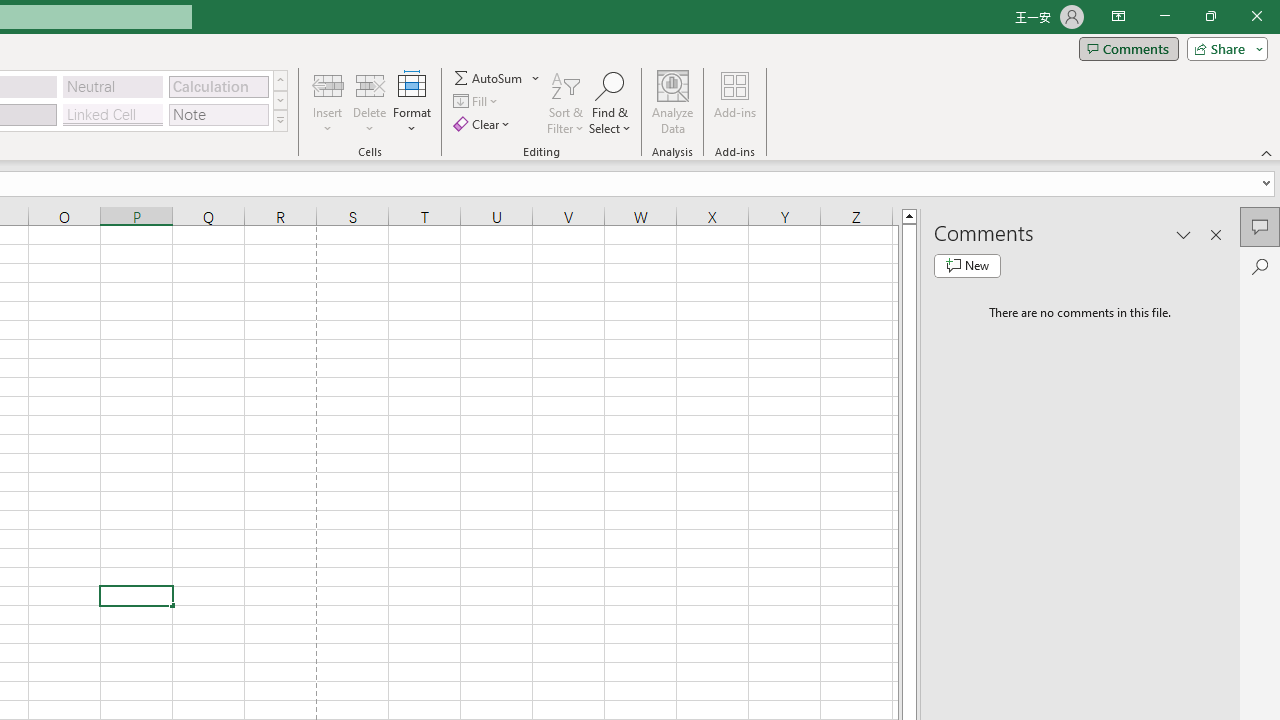 This screenshot has height=720, width=1280. What do you see at coordinates (279, 120) in the screenshot?
I see `'Cell Styles'` at bounding box center [279, 120].